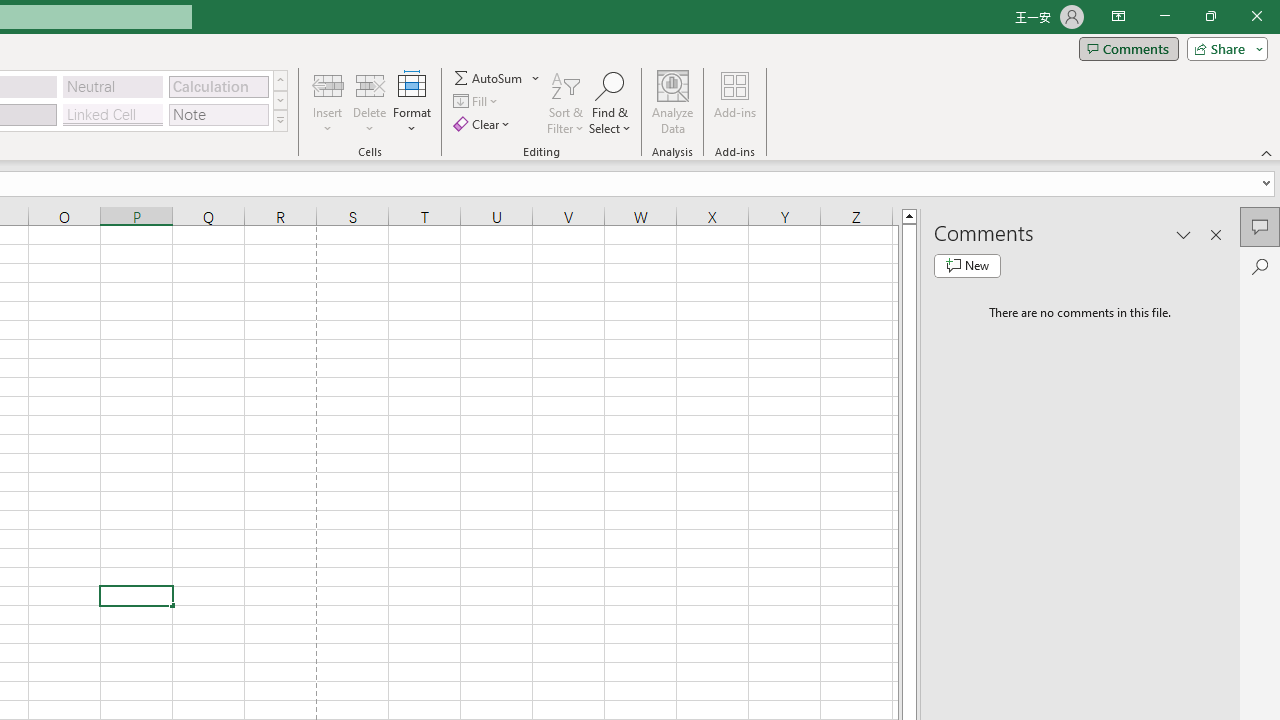 This screenshot has height=720, width=1280. What do you see at coordinates (279, 120) in the screenshot?
I see `'Cell Styles'` at bounding box center [279, 120].